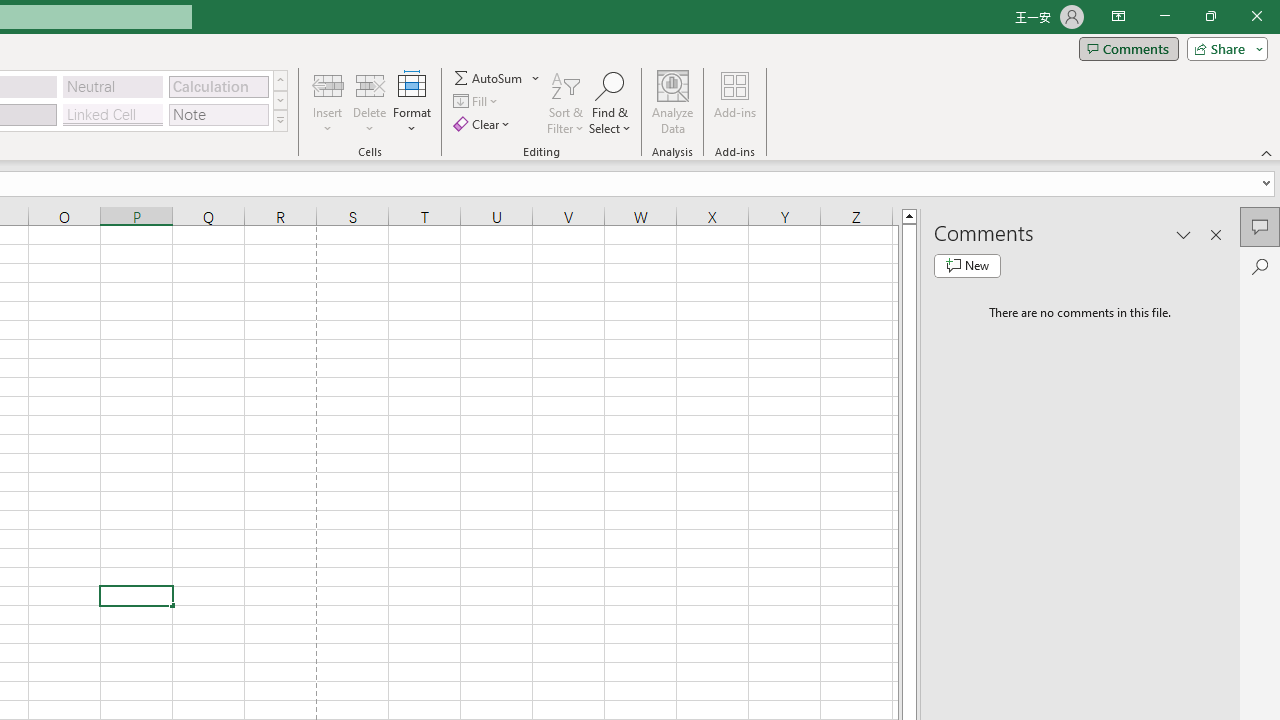 This screenshot has height=720, width=1280. What do you see at coordinates (279, 120) in the screenshot?
I see `'Cell Styles'` at bounding box center [279, 120].